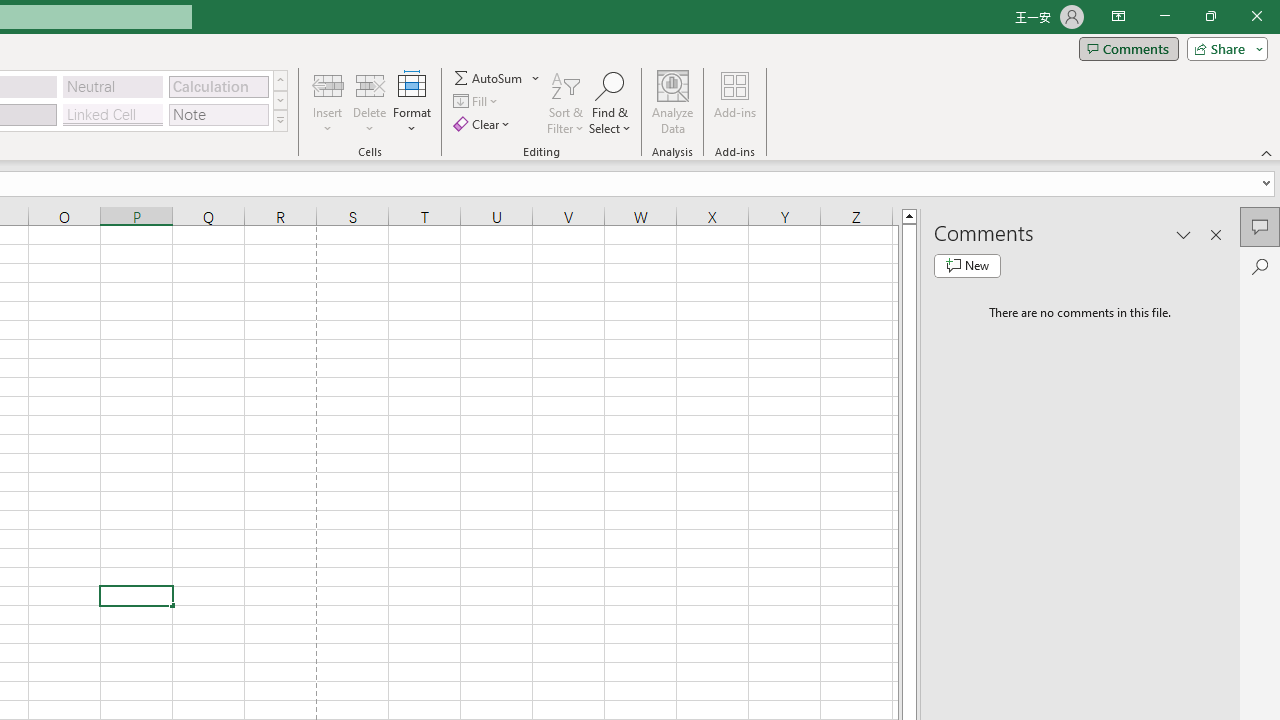 This screenshot has height=720, width=1280. What do you see at coordinates (279, 120) in the screenshot?
I see `'Cell Styles'` at bounding box center [279, 120].